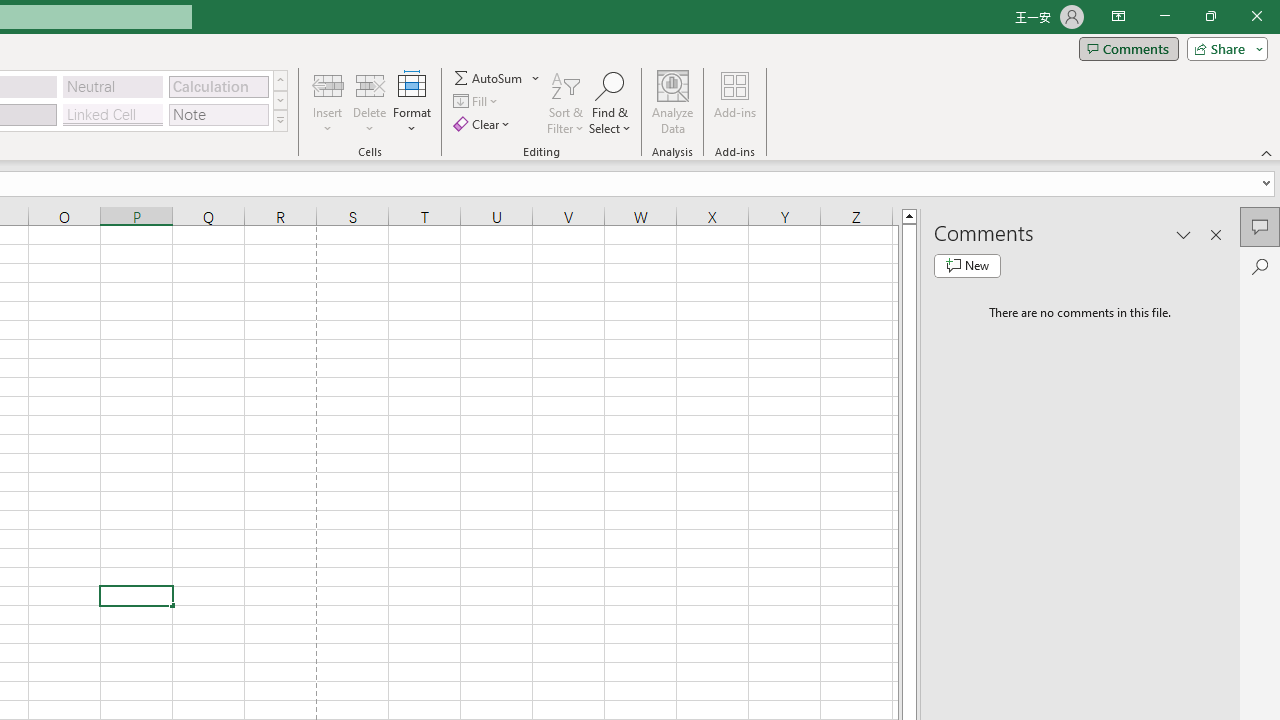 This screenshot has height=720, width=1280. What do you see at coordinates (279, 120) in the screenshot?
I see `'Cell Styles'` at bounding box center [279, 120].